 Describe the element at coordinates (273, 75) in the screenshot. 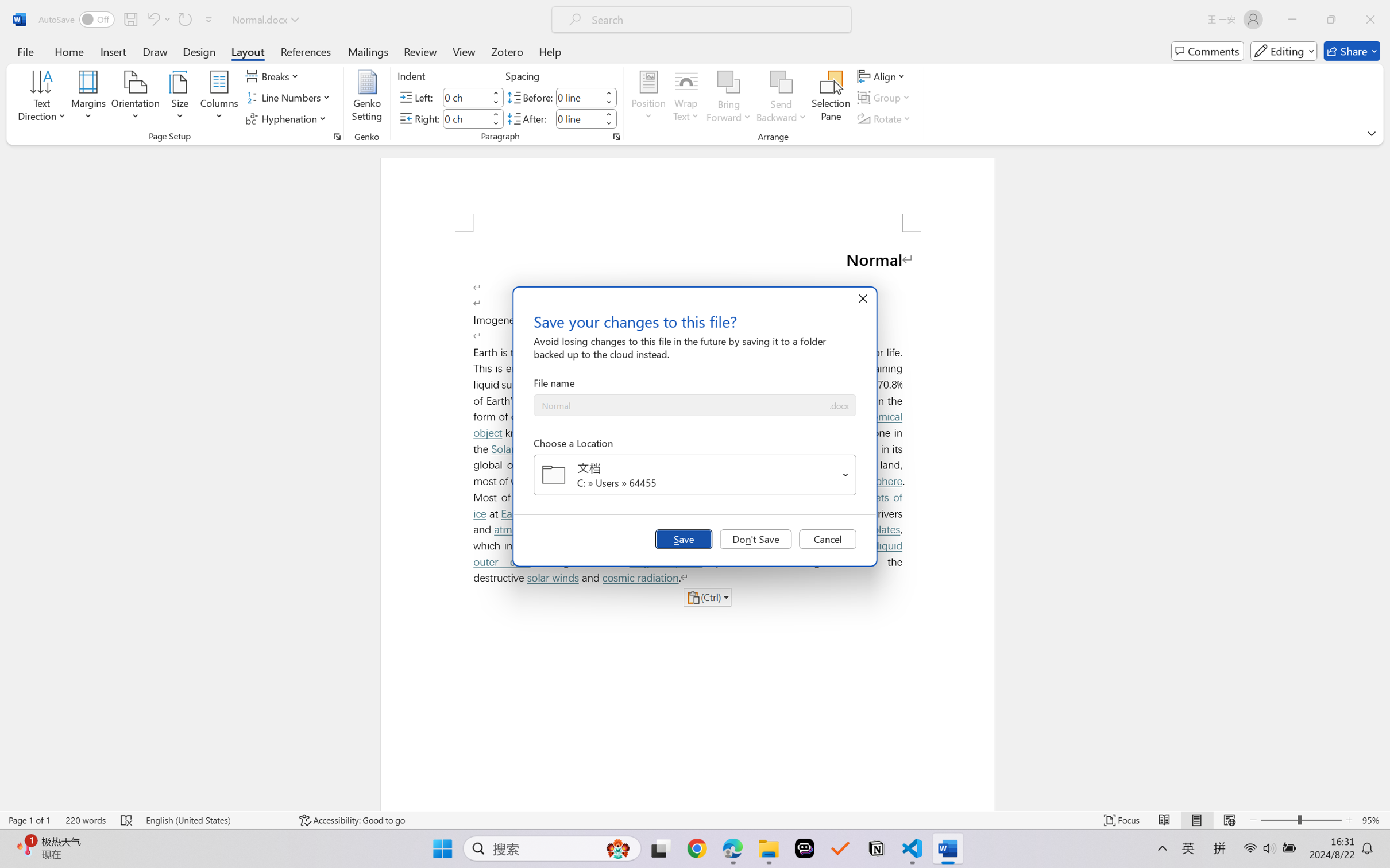

I see `'Breaks'` at that location.